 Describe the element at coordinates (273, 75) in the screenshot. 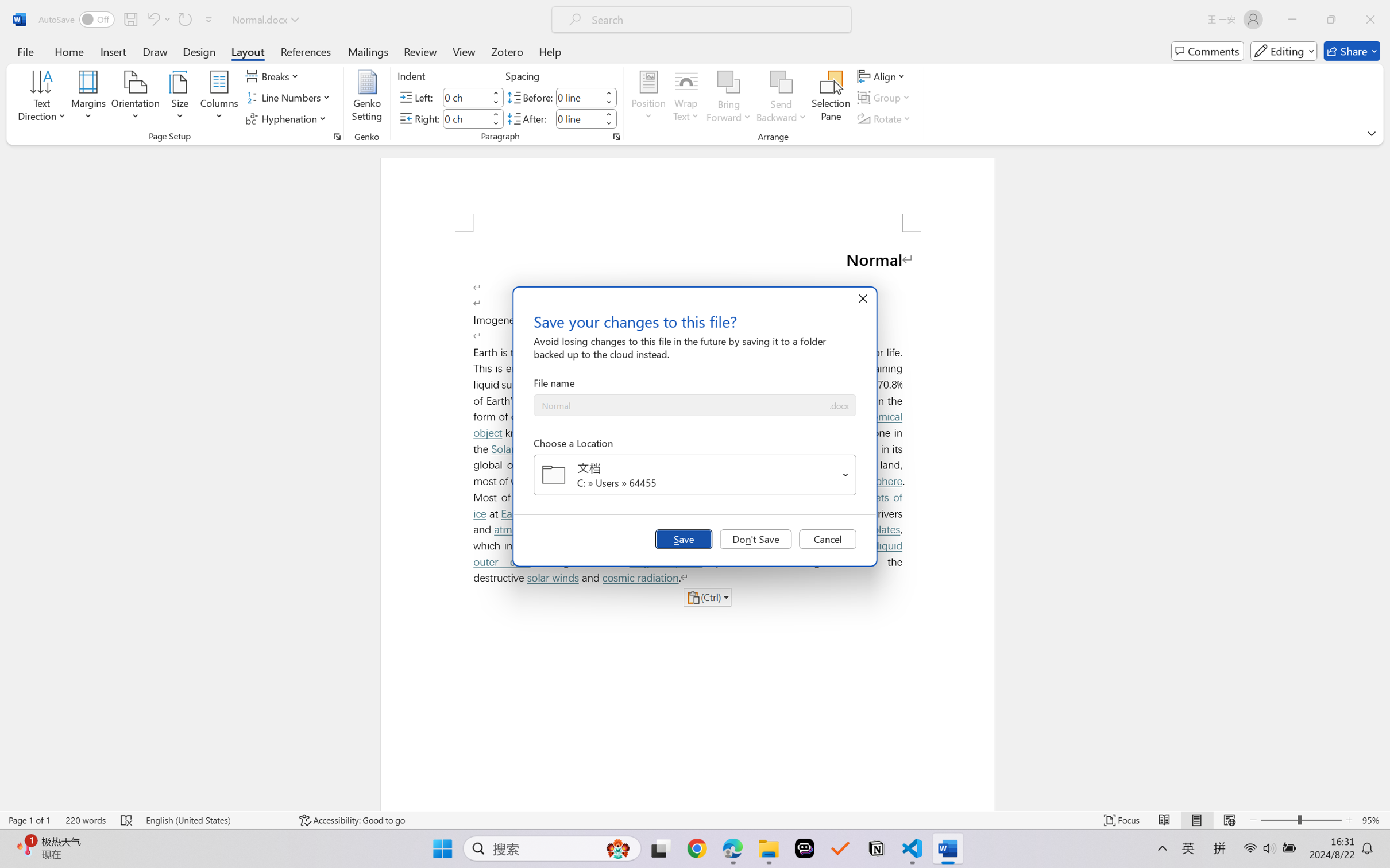

I see `'Breaks'` at that location.